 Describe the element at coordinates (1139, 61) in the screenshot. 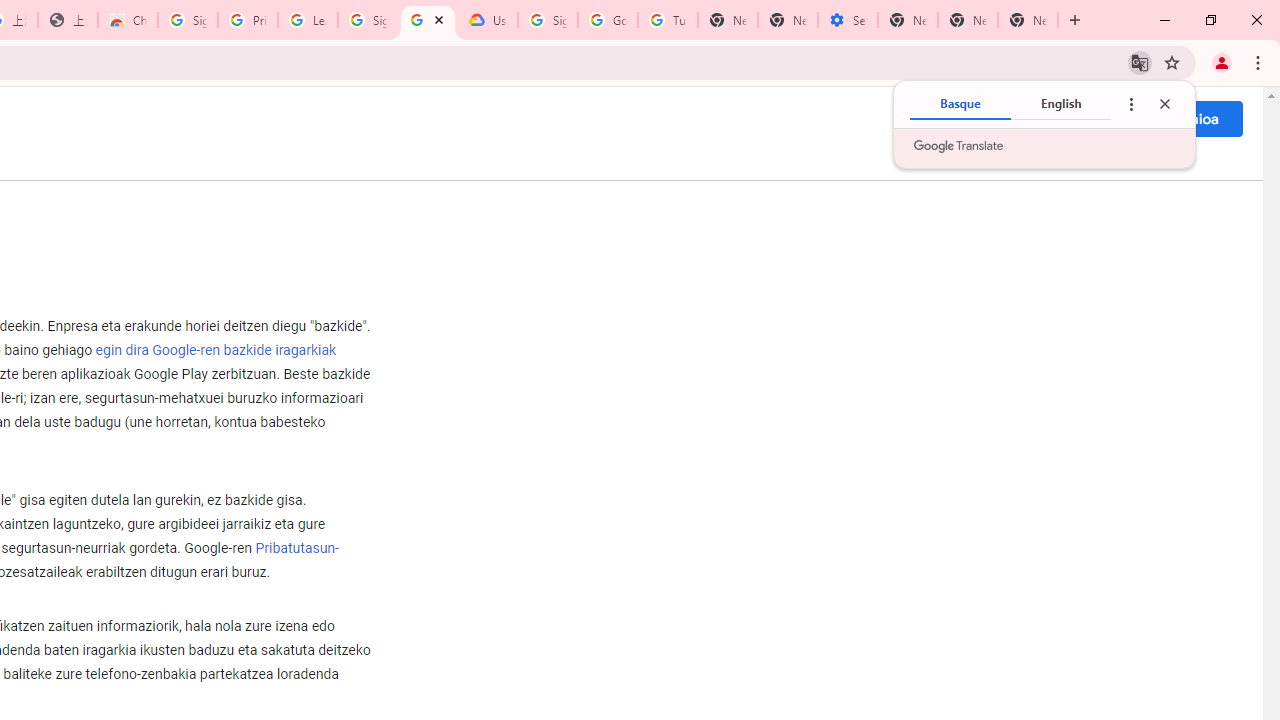

I see `'Translate this page'` at that location.